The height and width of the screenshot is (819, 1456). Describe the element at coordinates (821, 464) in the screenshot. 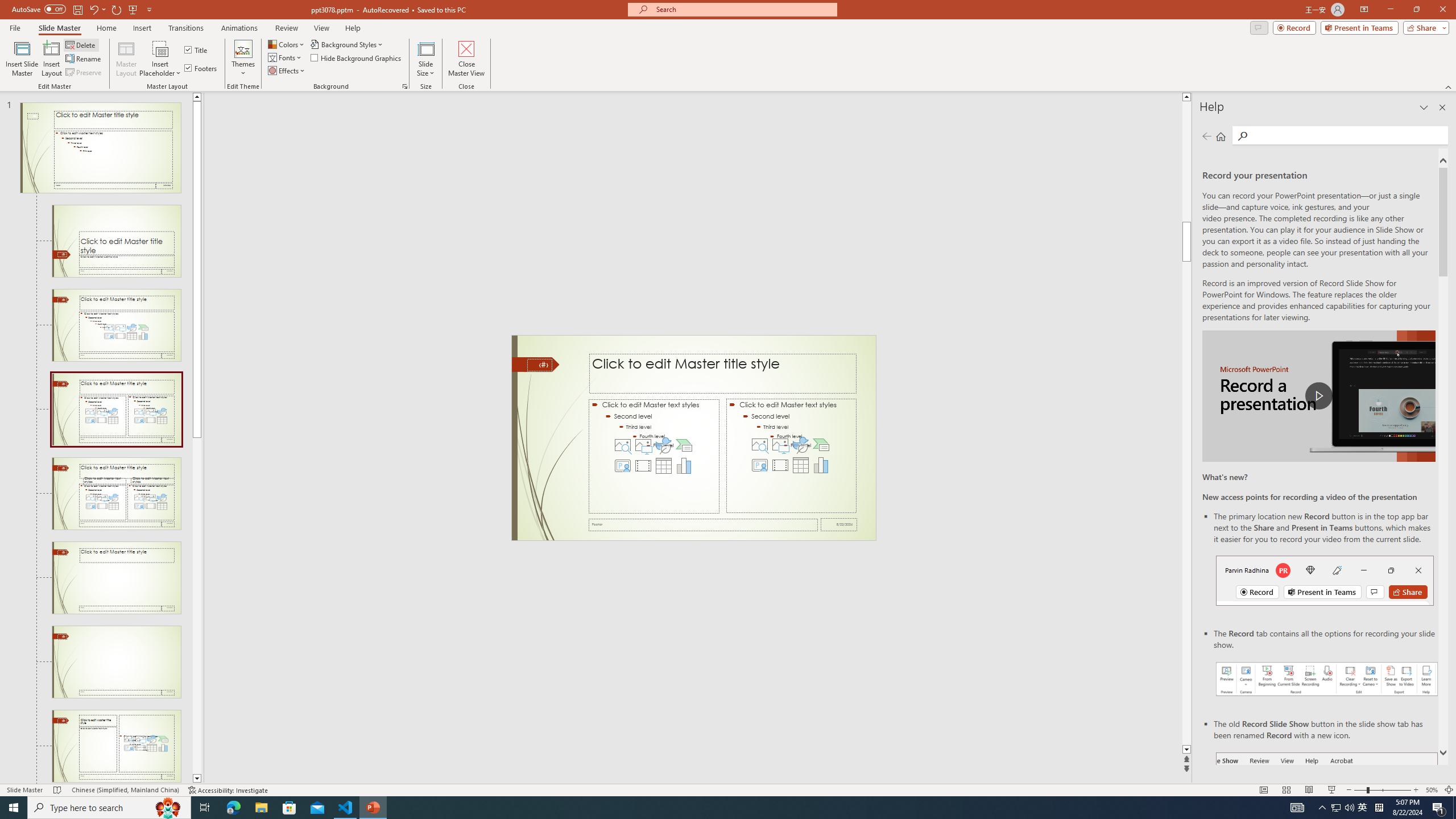

I see `'Insert Chart'` at that location.